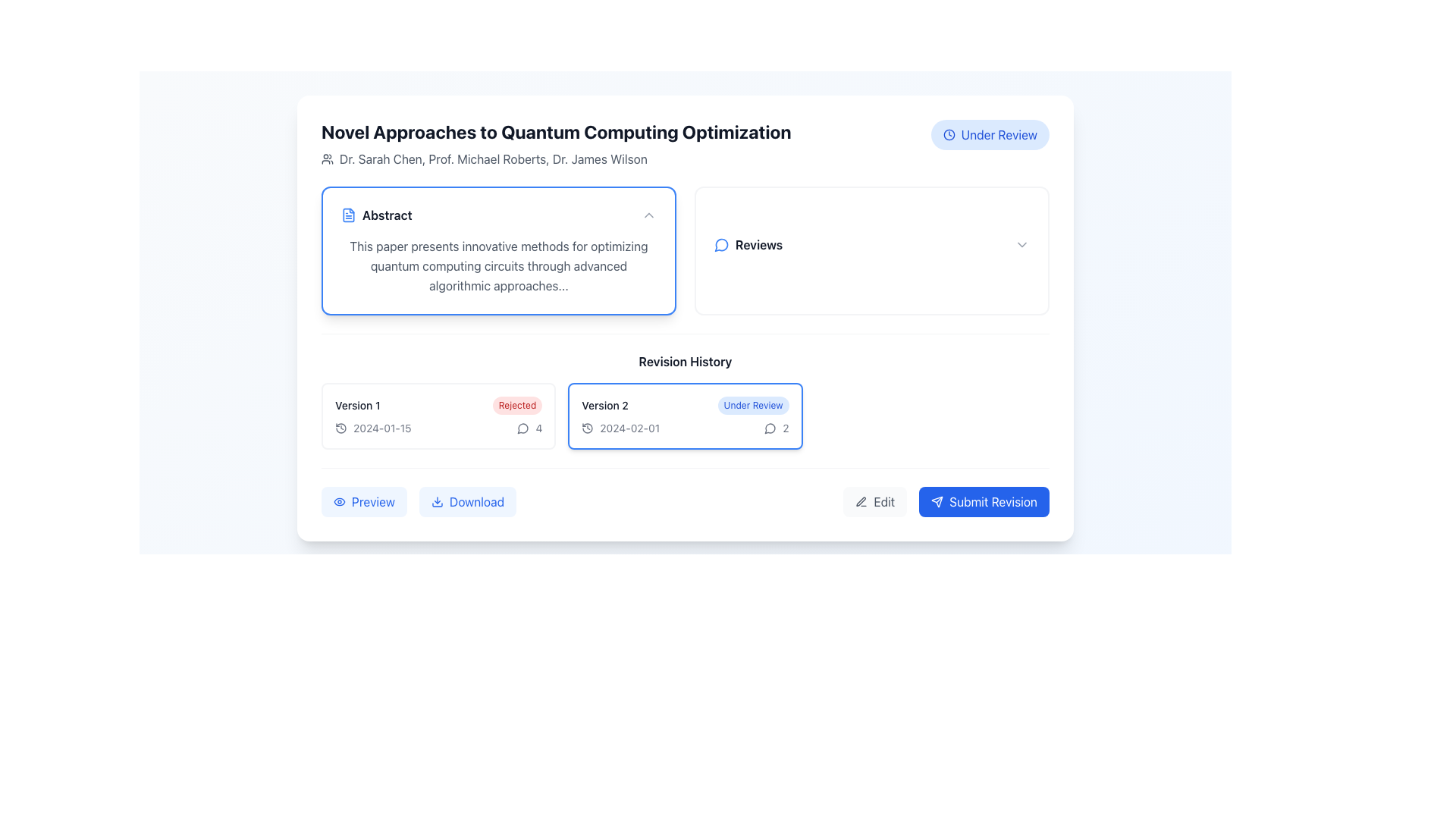 This screenshot has height=819, width=1456. Describe the element at coordinates (587, 428) in the screenshot. I see `the circular refresh icon styled in gray lines, located to the left of the text '2024-02-01' within the 'Version 2' section of the 'Revision History' area` at that location.